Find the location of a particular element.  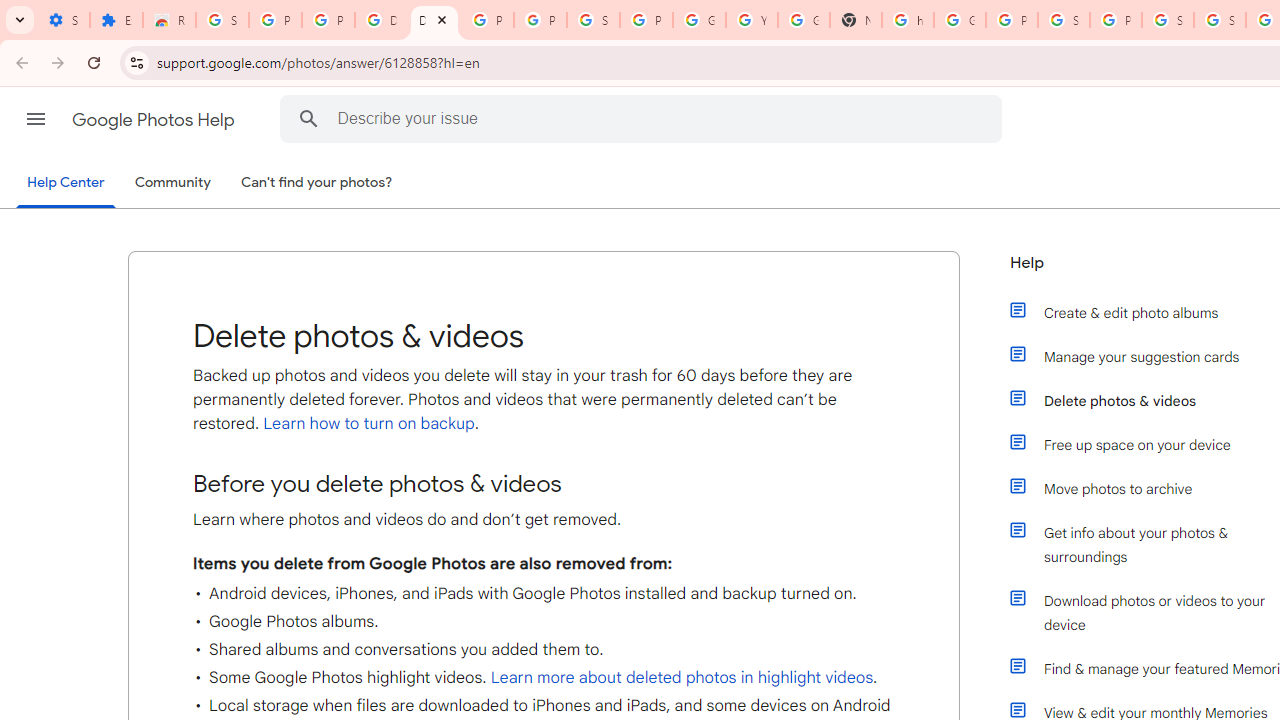

'New Tab' is located at coordinates (855, 20).